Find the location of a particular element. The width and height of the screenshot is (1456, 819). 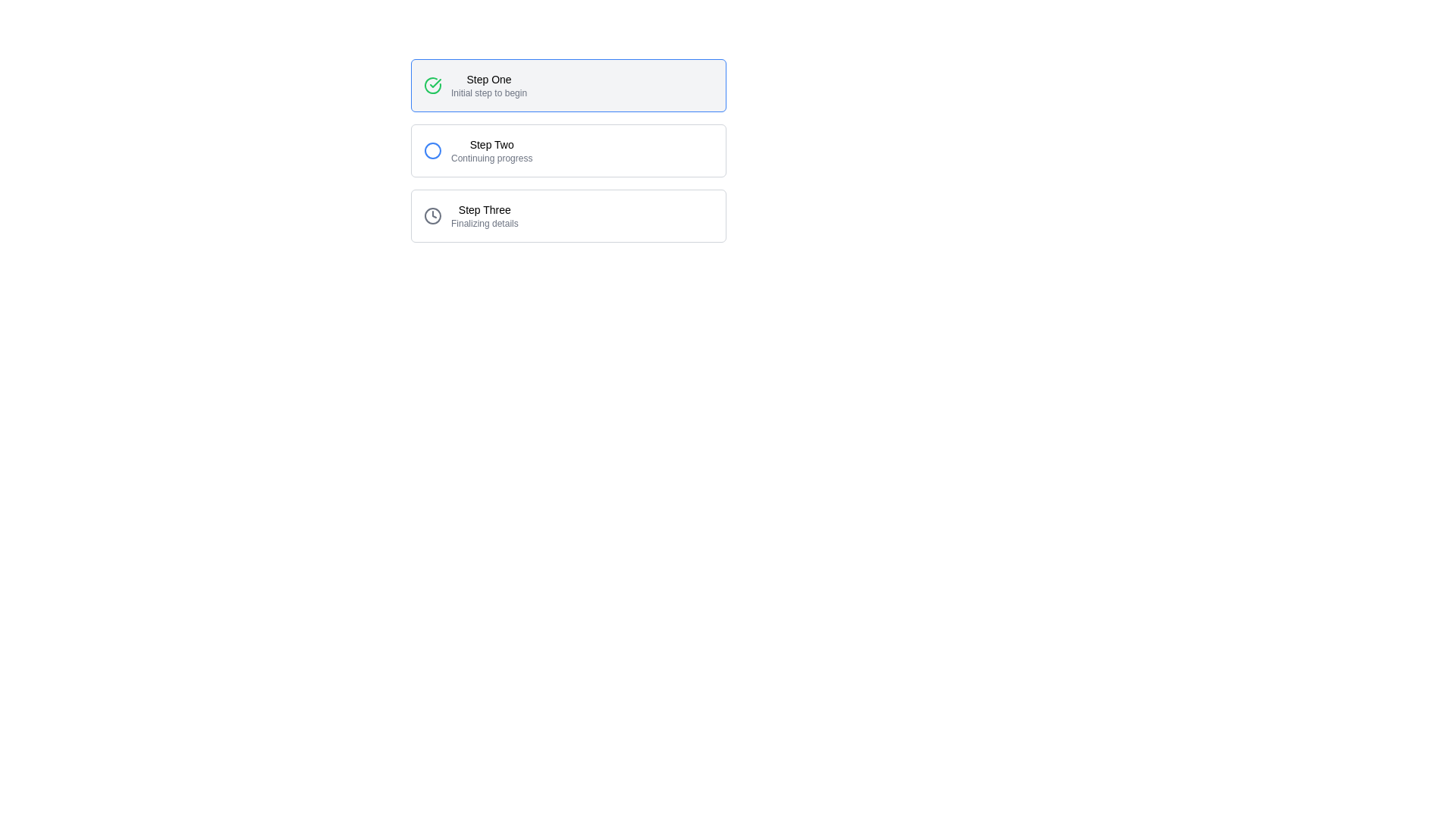

the circular green checkmark icon located to the left of the 'Step One' text in the step list interface is located at coordinates (432, 85).